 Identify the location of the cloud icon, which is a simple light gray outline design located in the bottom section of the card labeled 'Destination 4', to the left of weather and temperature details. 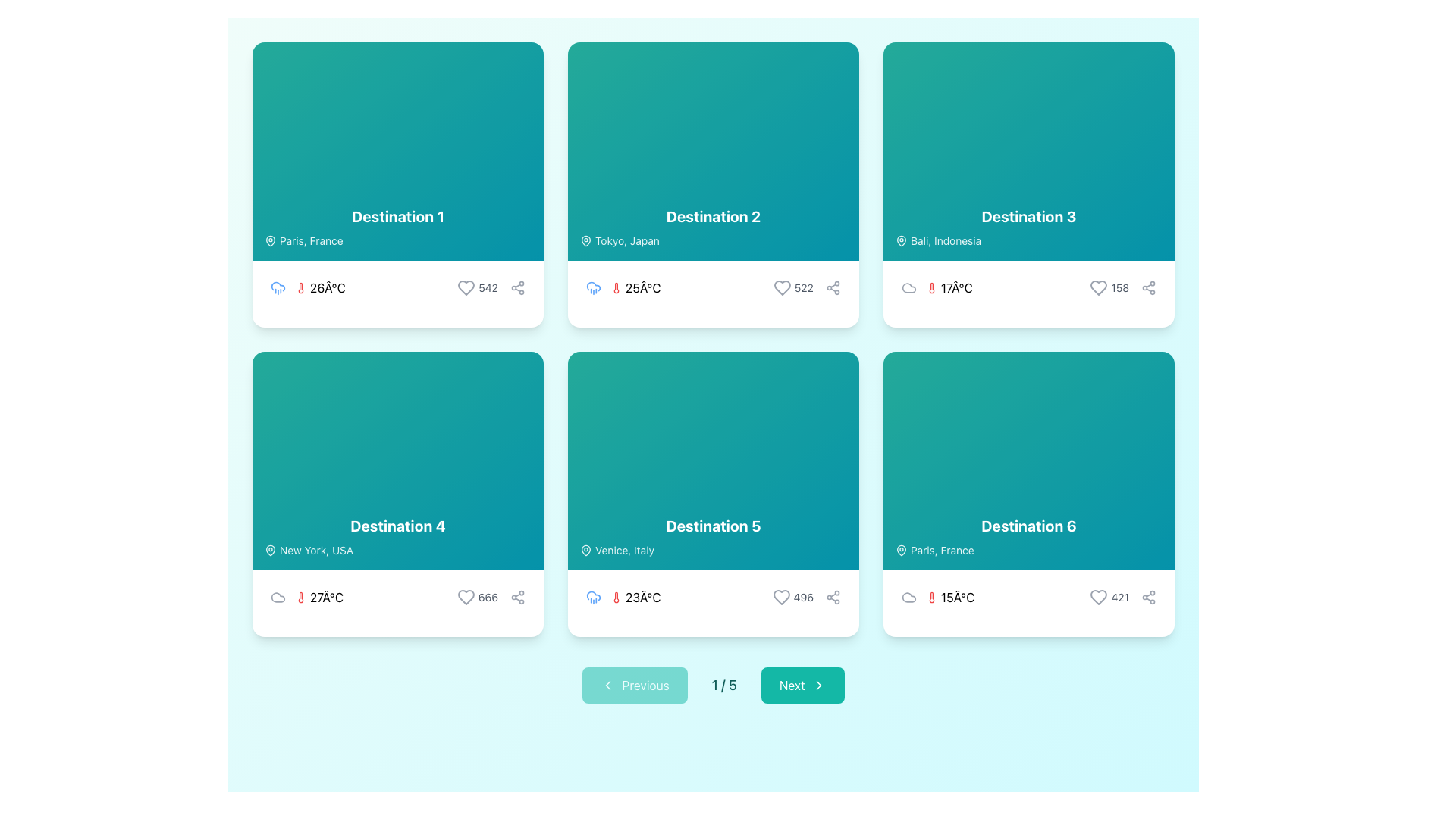
(278, 596).